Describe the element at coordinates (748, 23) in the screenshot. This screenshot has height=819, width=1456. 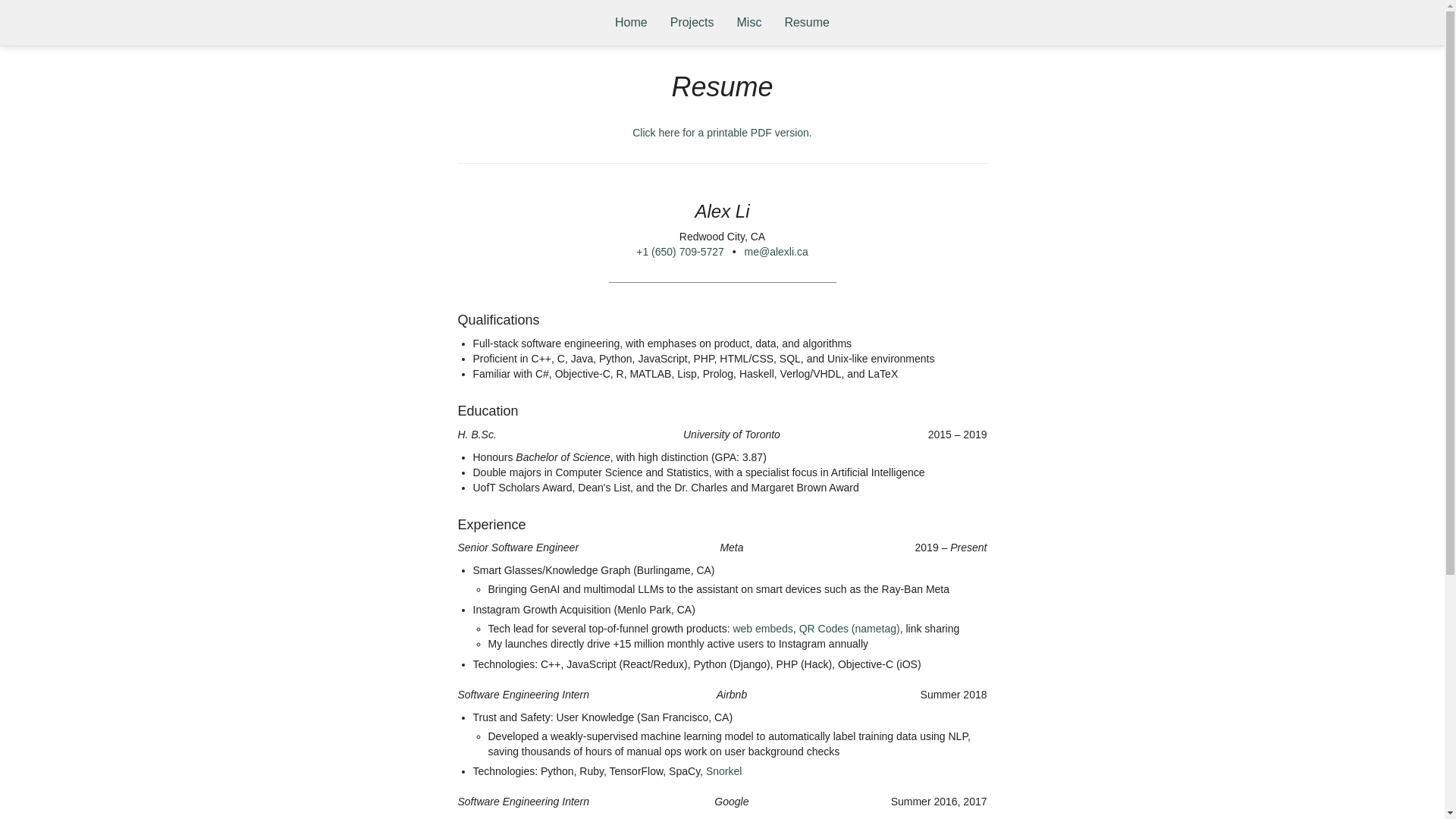
I see `'Misc'` at that location.